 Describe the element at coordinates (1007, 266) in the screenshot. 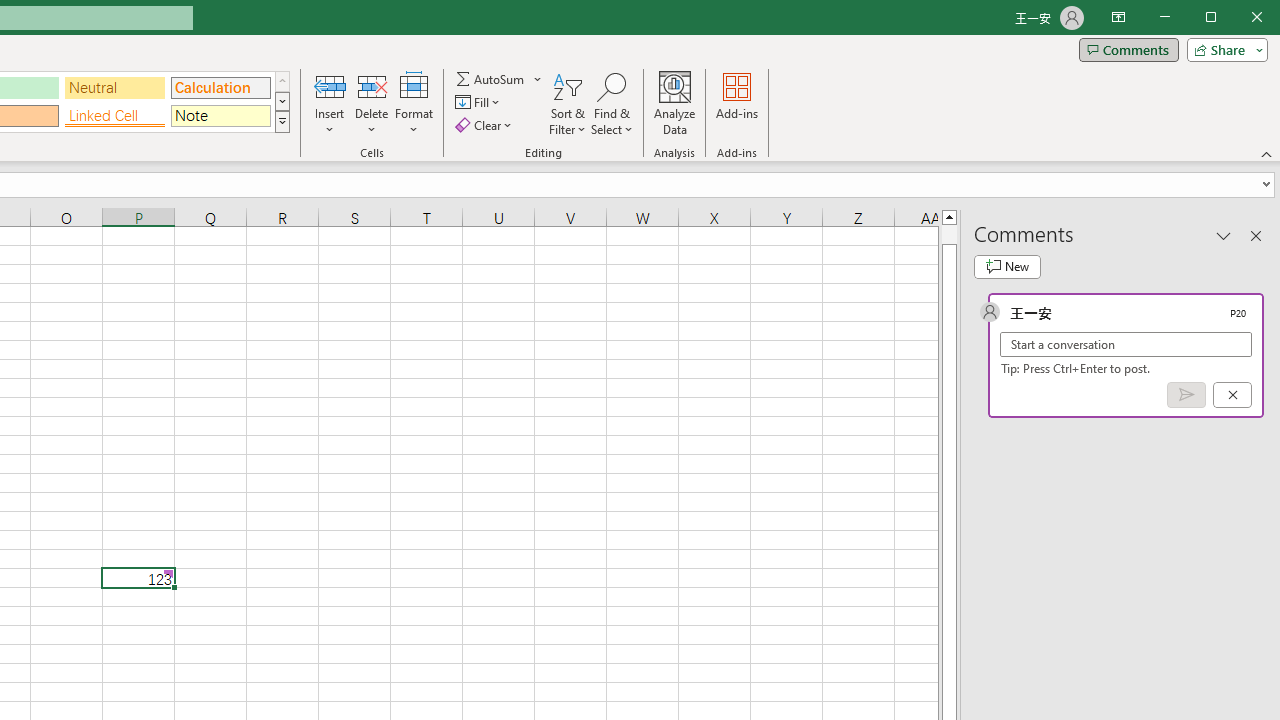

I see `'New comment'` at that location.